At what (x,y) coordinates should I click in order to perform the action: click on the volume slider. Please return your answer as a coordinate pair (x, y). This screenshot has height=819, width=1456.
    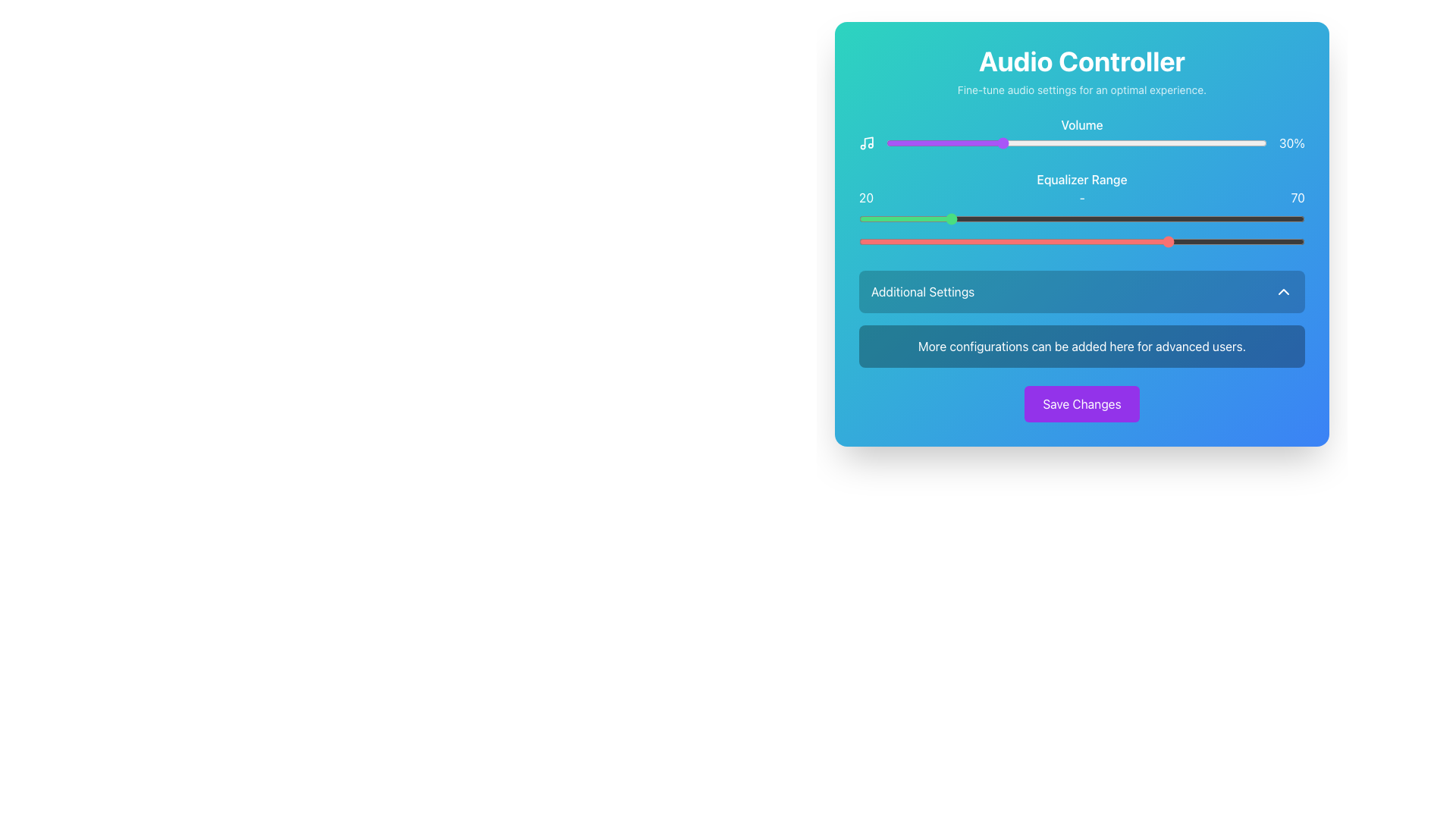
    Looking at the image, I should click on (974, 143).